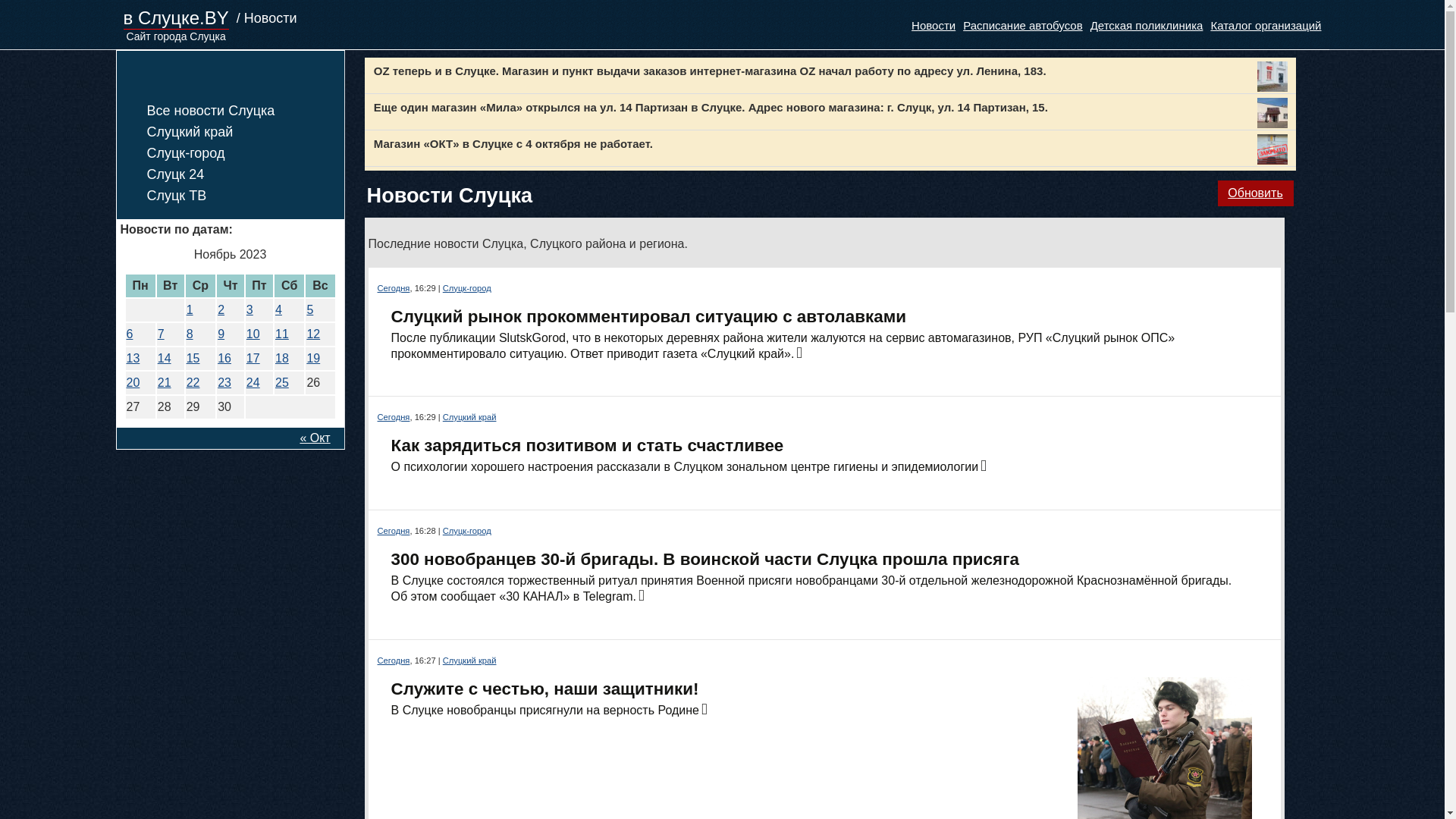  I want to click on '18', so click(281, 358).